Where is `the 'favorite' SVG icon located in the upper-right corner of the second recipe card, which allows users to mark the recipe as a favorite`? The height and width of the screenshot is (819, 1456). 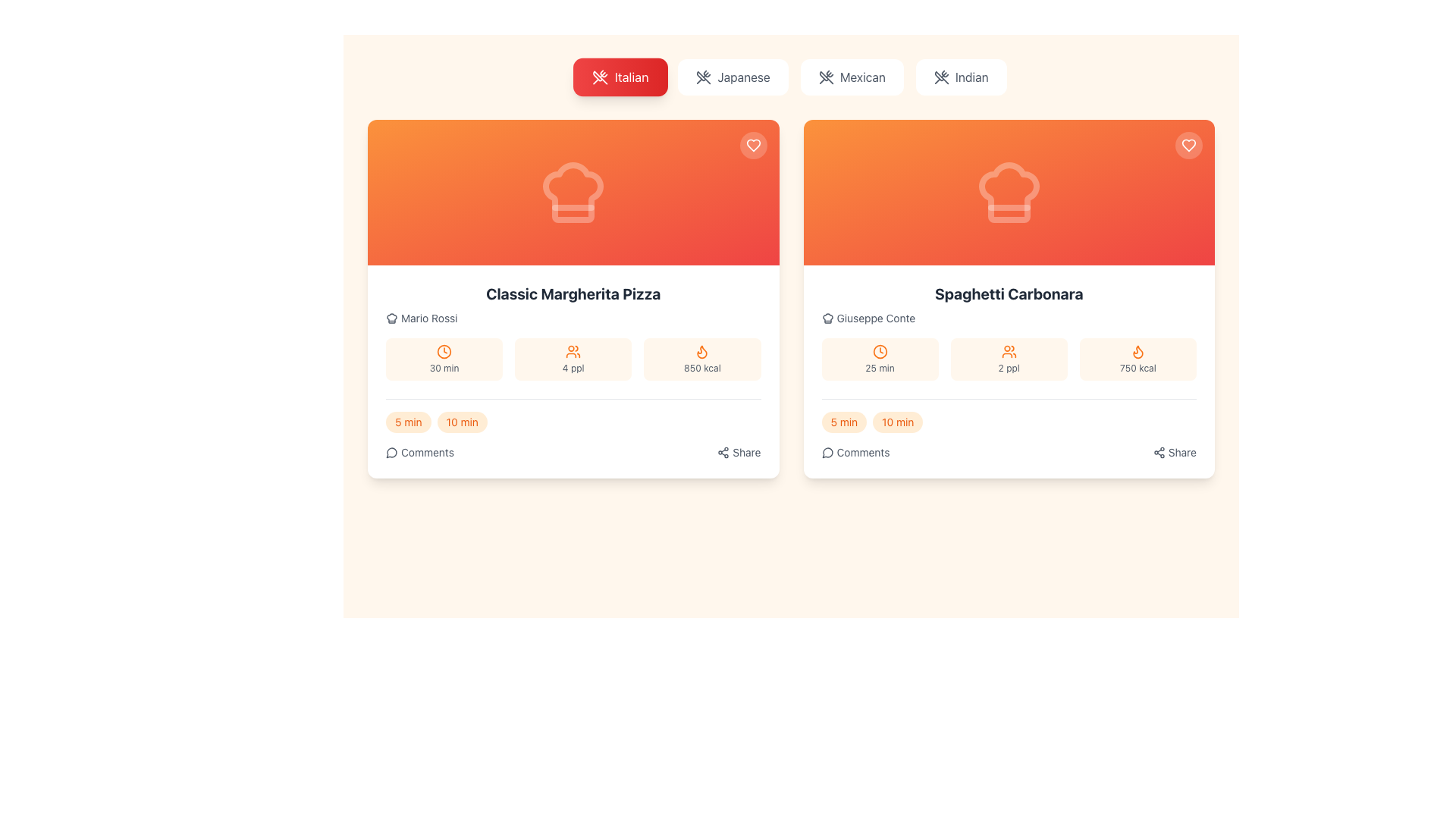
the 'favorite' SVG icon located in the upper-right corner of the second recipe card, which allows users to mark the recipe as a favorite is located at coordinates (753, 146).